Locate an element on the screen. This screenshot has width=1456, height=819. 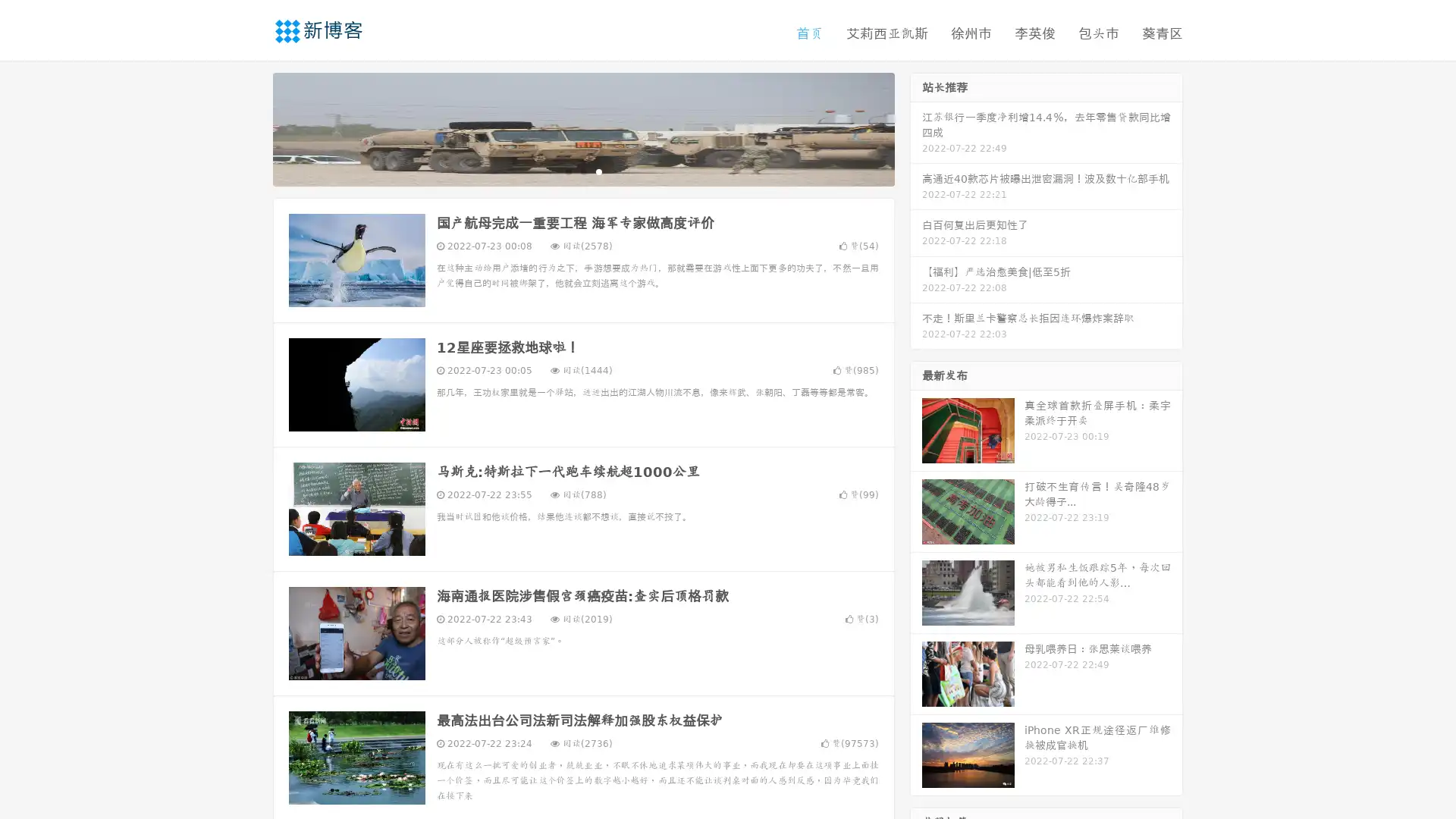
Next slide is located at coordinates (916, 127).